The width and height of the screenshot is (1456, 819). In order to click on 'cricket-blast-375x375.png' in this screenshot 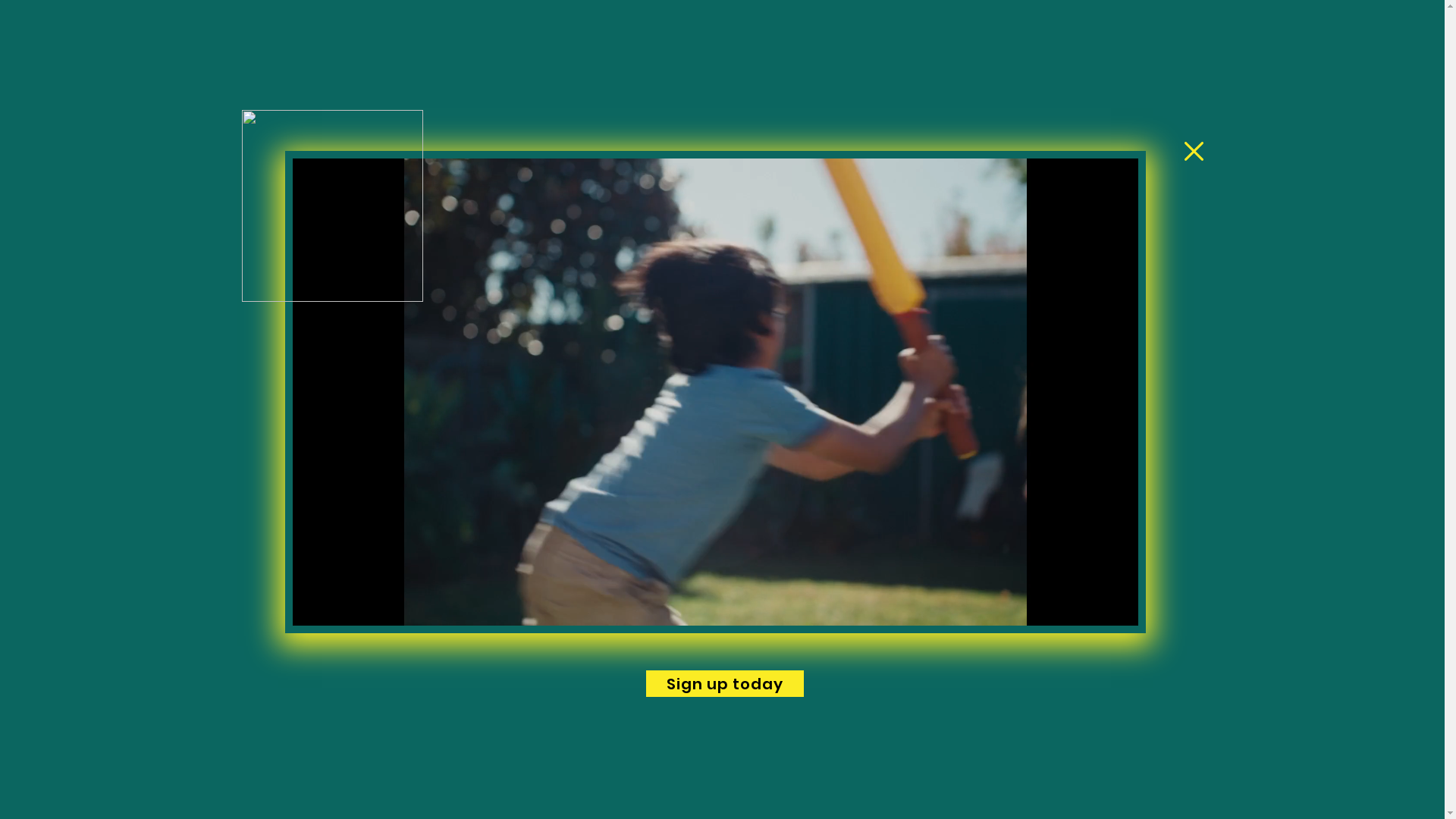, I will do `click(331, 206)`.